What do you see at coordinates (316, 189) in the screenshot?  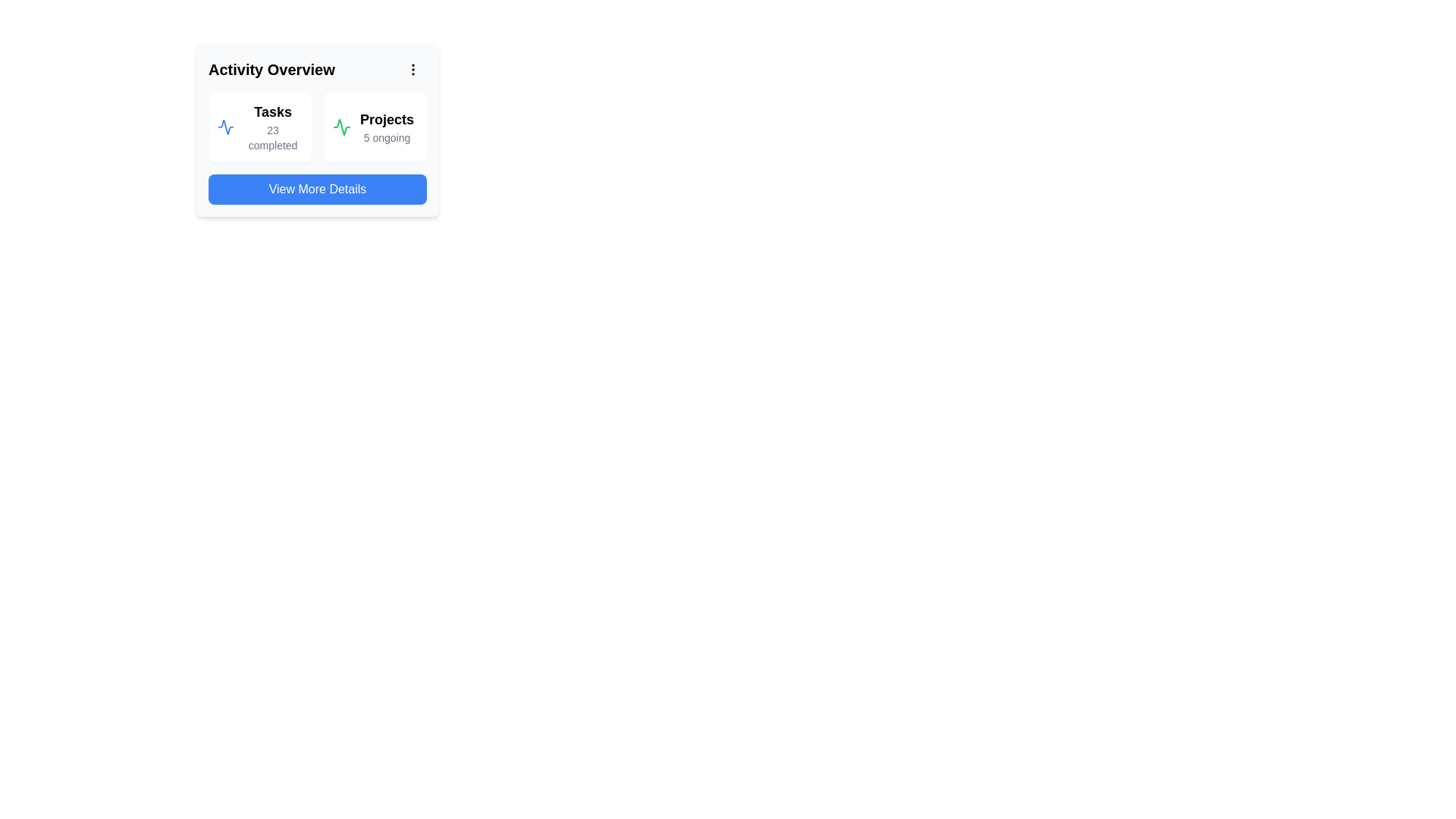 I see `the navigation button located at the bottom of the 'Activity Overview' card` at bounding box center [316, 189].